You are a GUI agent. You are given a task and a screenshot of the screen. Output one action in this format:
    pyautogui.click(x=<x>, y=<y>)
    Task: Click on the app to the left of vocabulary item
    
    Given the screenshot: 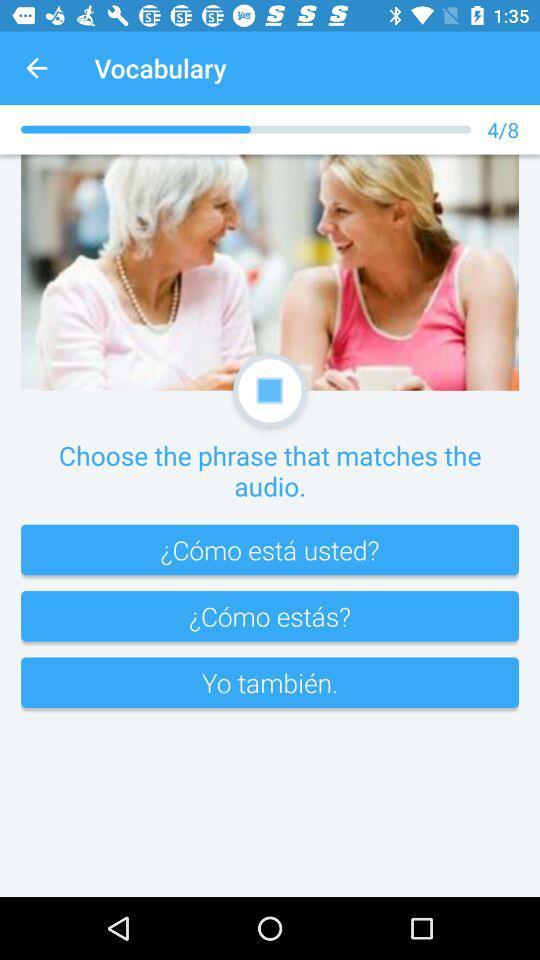 What is the action you would take?
    pyautogui.click(x=36, y=68)
    